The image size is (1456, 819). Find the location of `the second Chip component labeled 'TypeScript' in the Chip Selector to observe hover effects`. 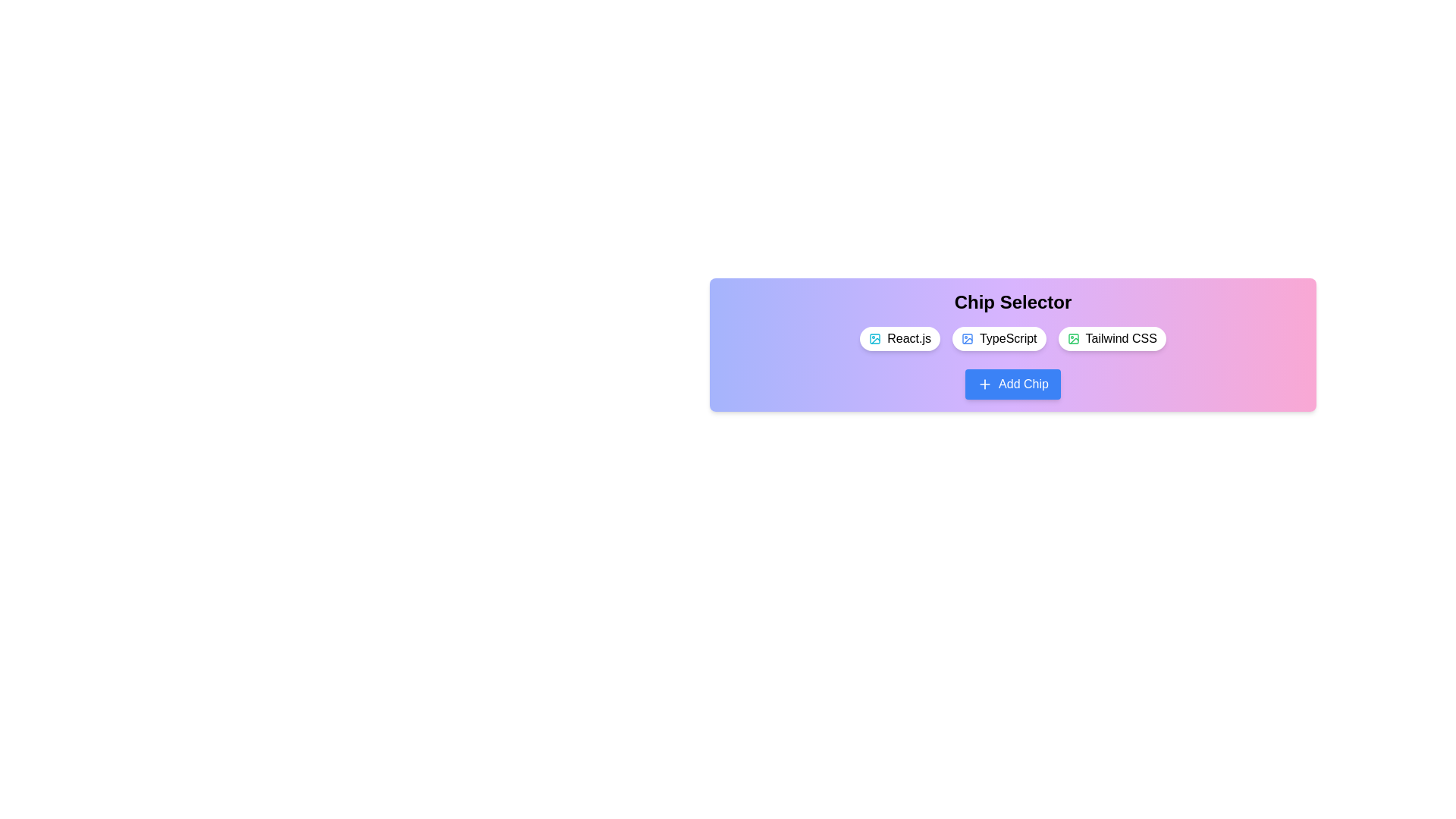

the second Chip component labeled 'TypeScript' in the Chip Selector to observe hover effects is located at coordinates (999, 338).